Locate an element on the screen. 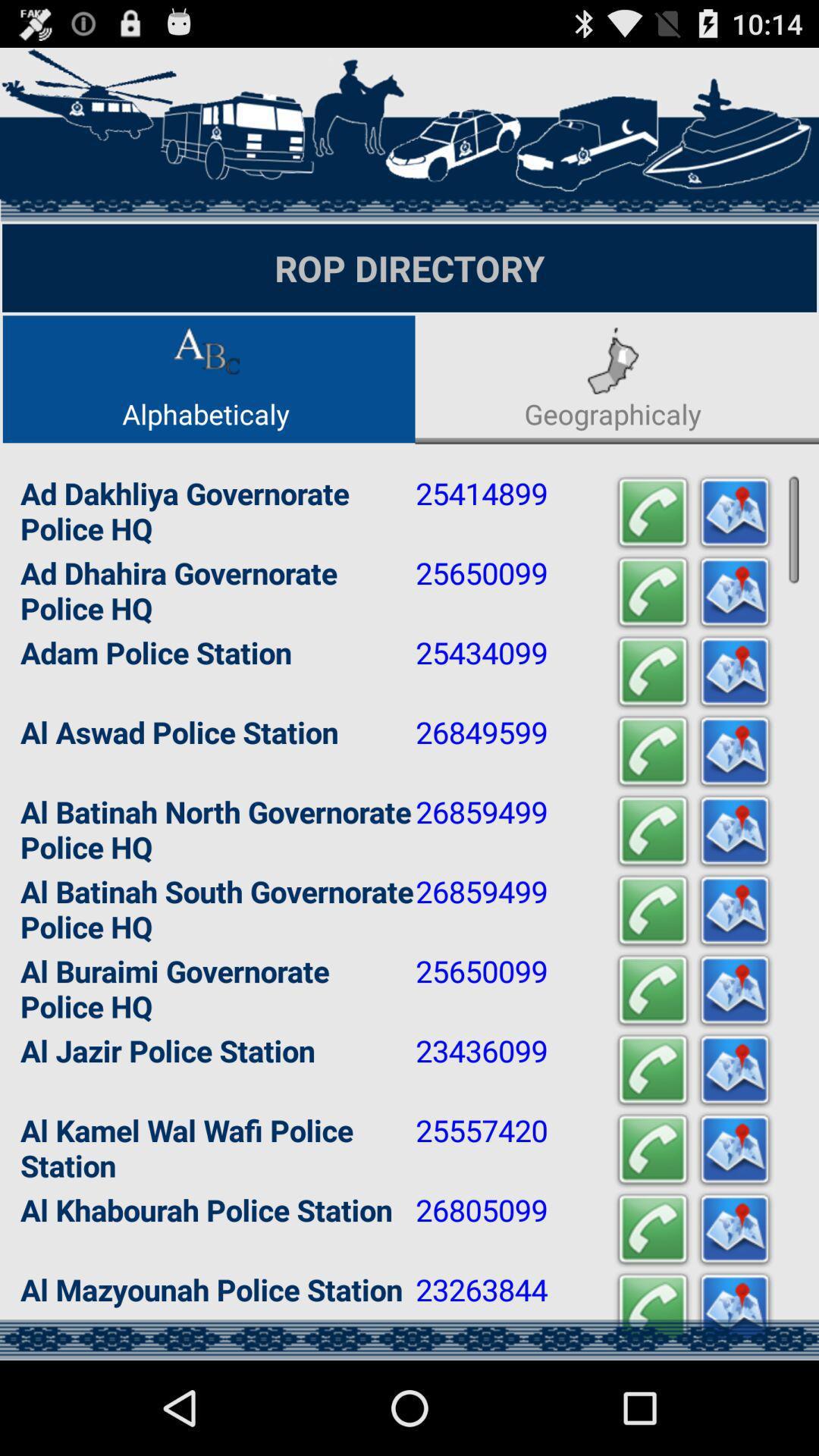 Image resolution: width=819 pixels, height=1456 pixels. the icon above 26859499 is located at coordinates (651, 752).